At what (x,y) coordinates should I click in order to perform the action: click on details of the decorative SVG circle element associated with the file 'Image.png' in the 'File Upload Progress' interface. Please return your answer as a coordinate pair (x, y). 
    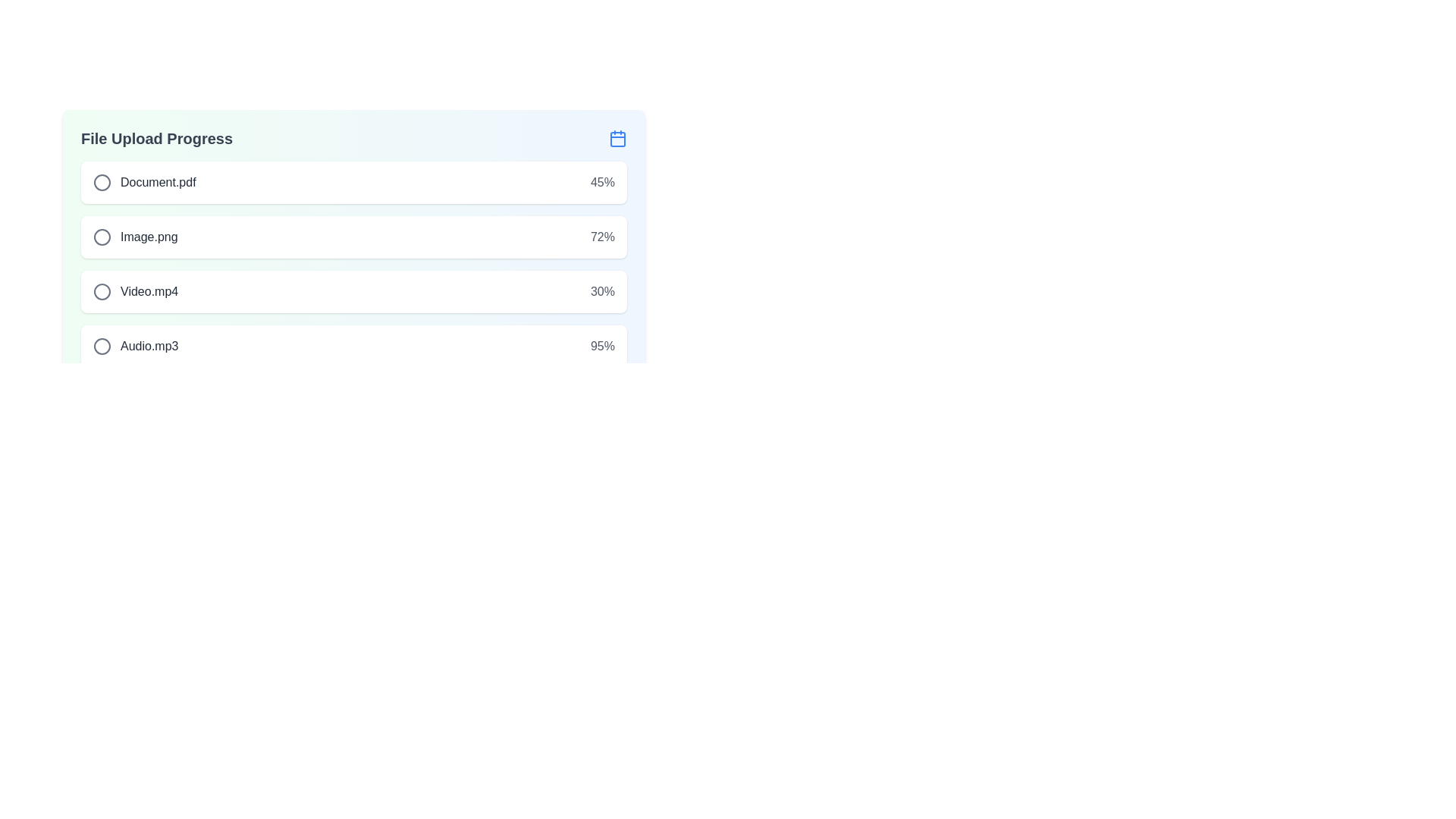
    Looking at the image, I should click on (101, 237).